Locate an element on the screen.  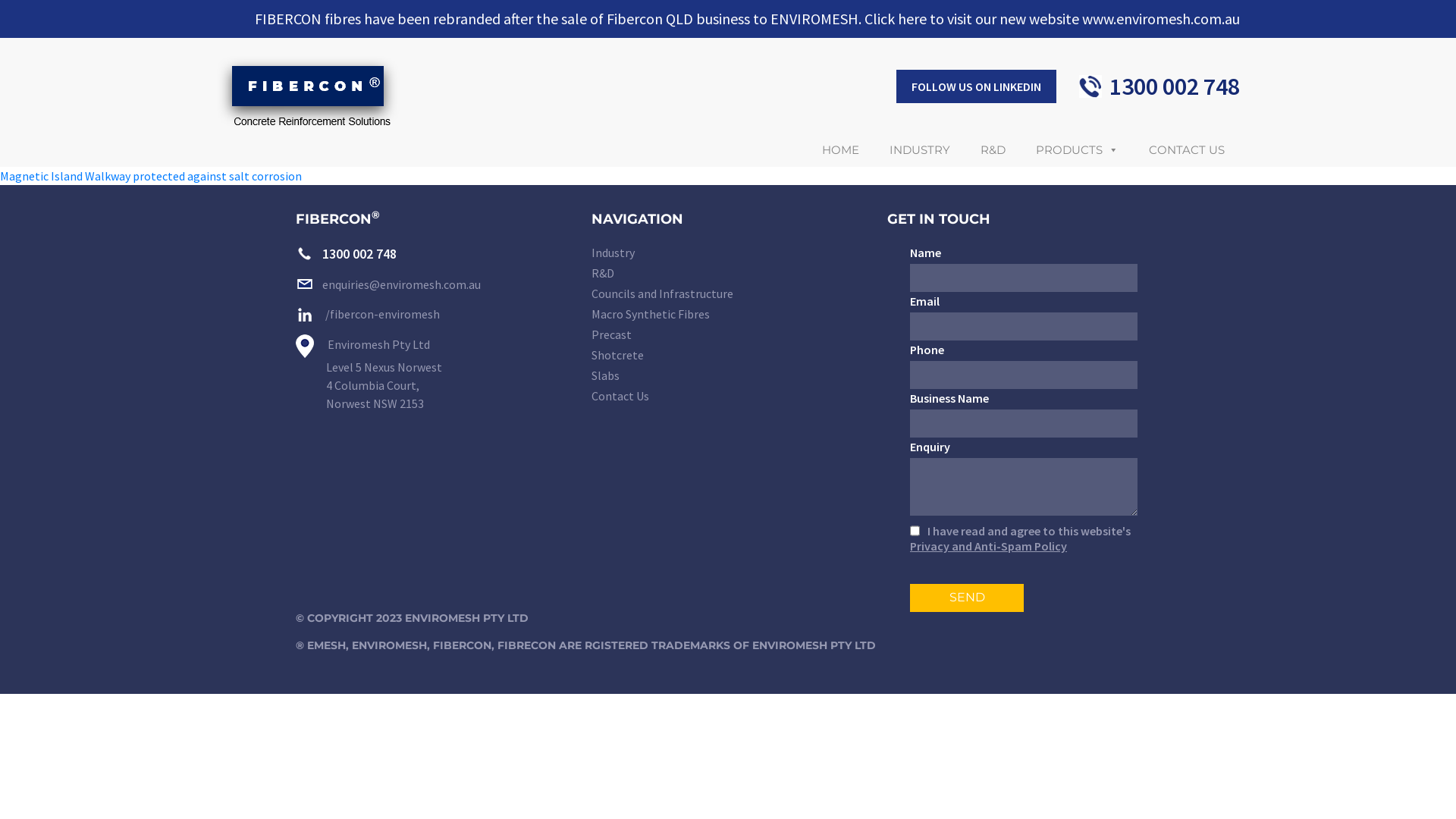
'HOME' is located at coordinates (806, 149).